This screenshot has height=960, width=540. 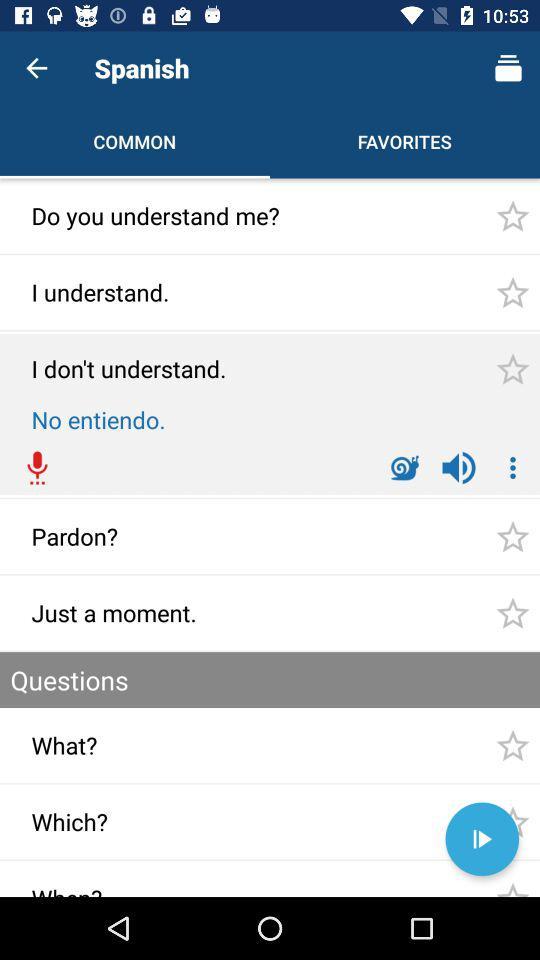 I want to click on the snail icon, so click(x=405, y=468).